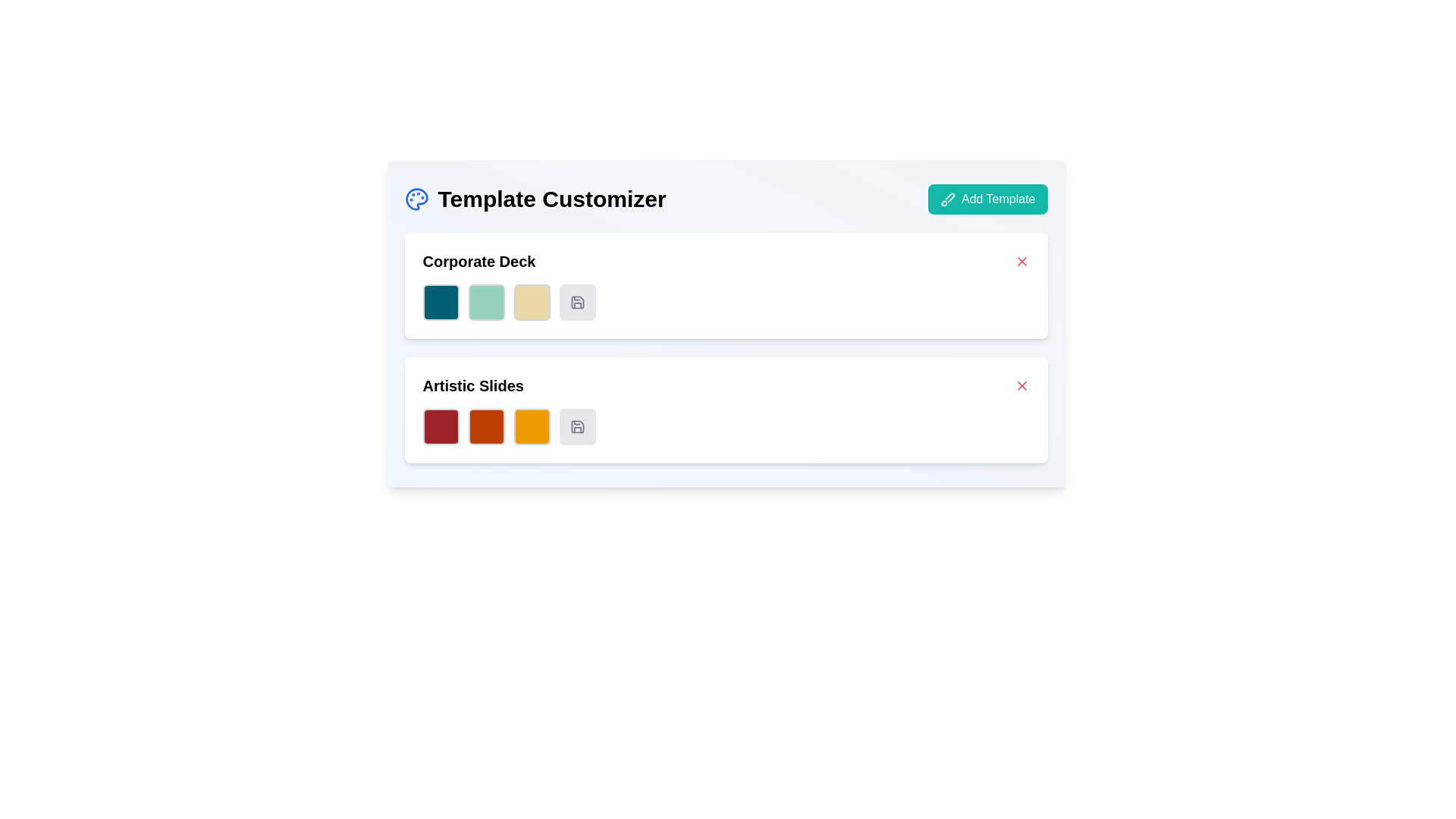  I want to click on the button located on the far right side of the 'Artistic Slides' section, so click(1021, 385).